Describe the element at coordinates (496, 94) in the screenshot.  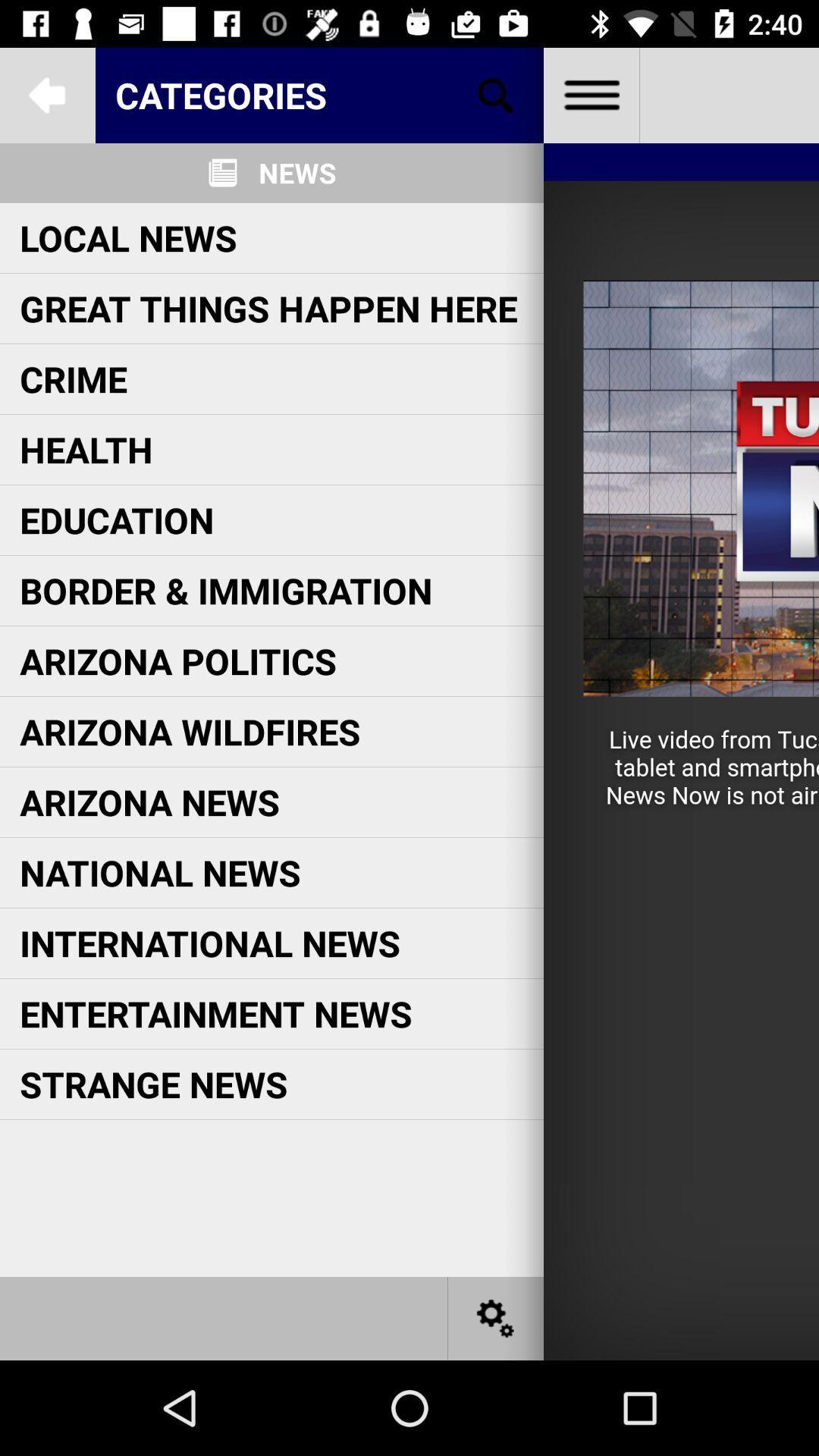
I see `the search icon` at that location.